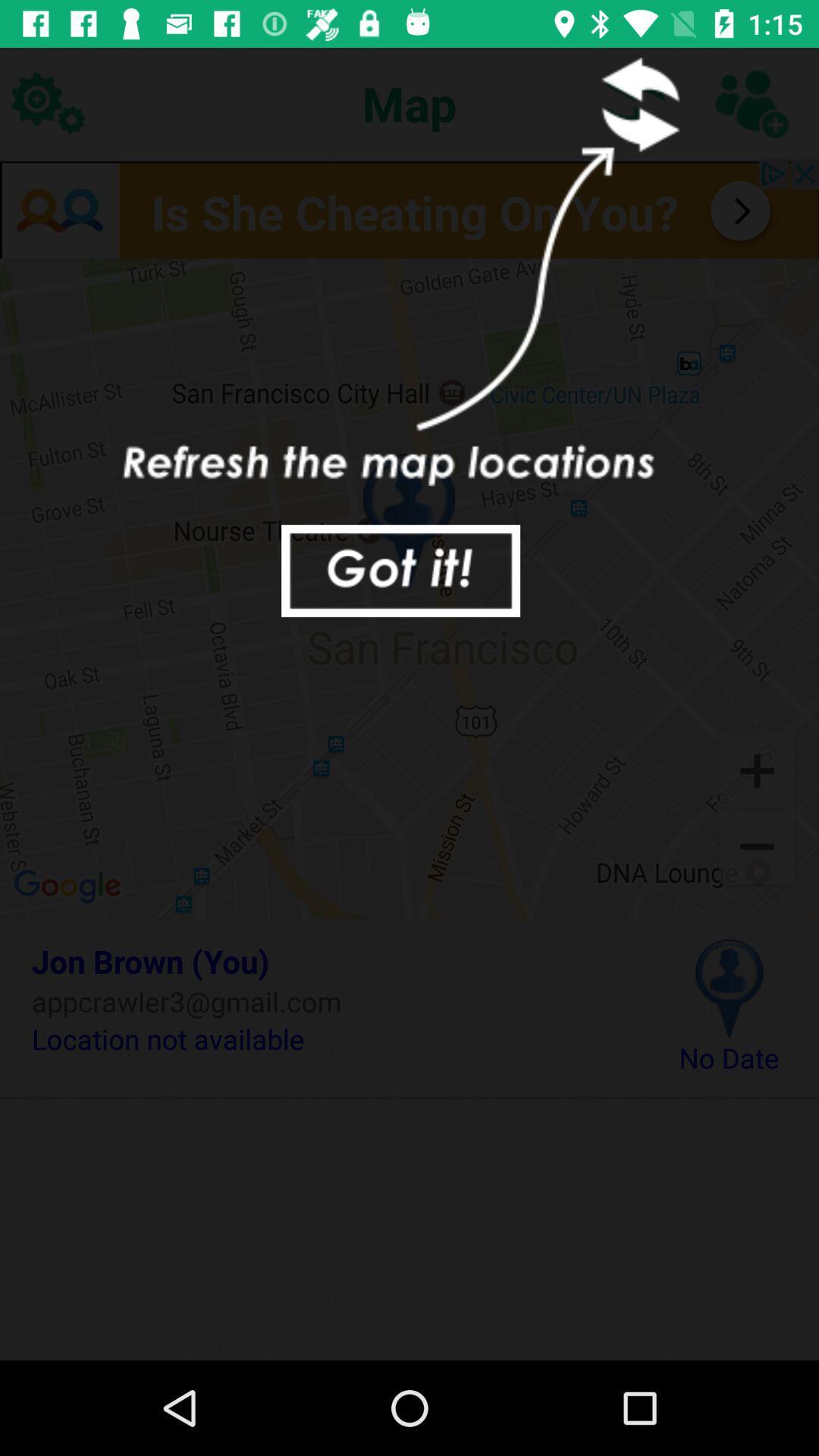 Image resolution: width=819 pixels, height=1456 pixels. What do you see at coordinates (757, 848) in the screenshot?
I see `the minus icon` at bounding box center [757, 848].